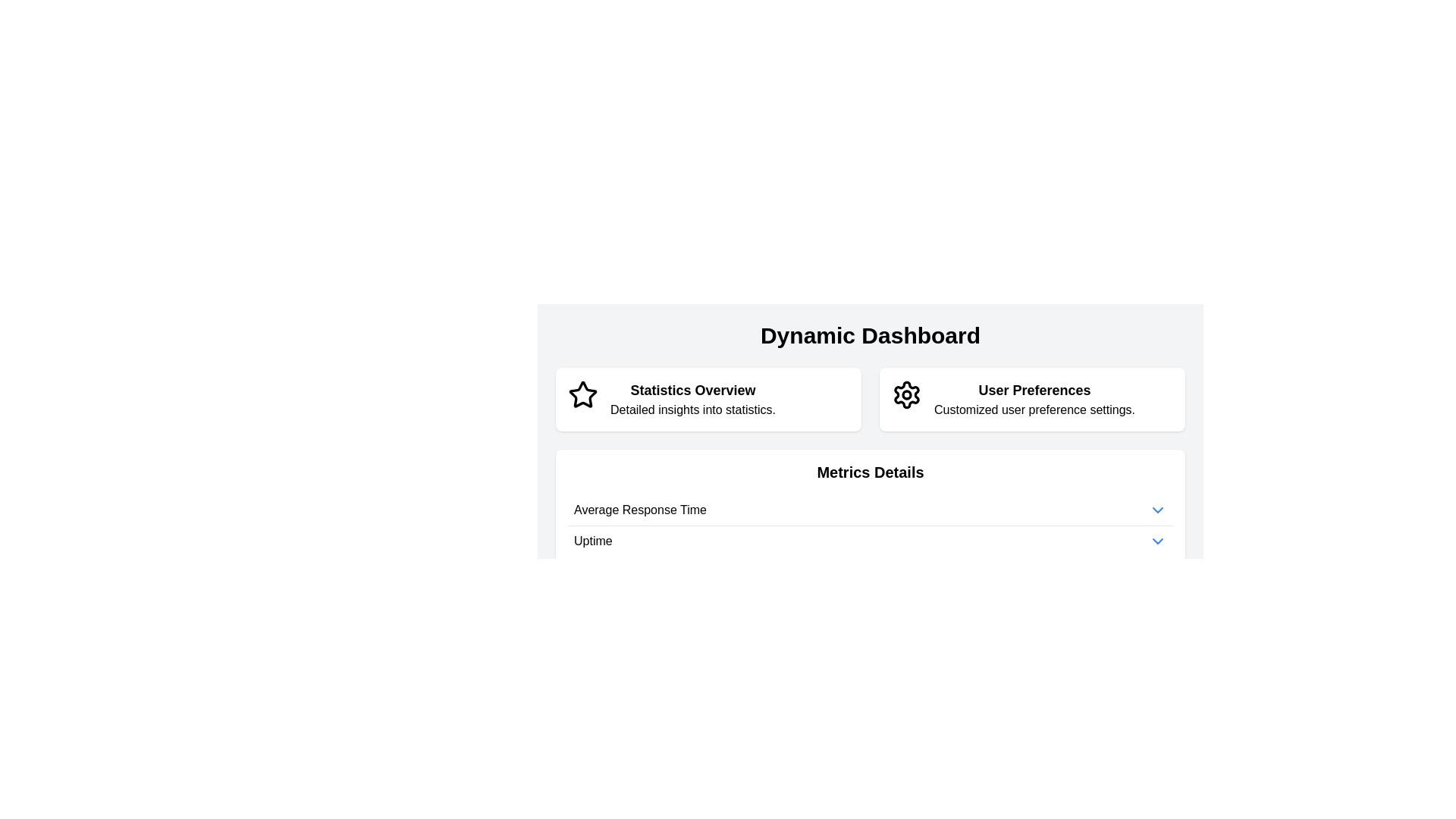 The image size is (1456, 819). I want to click on the Icon button styled as a dropdown toggle located on the far right side of the row containing the text 'Uptime', so click(1156, 540).